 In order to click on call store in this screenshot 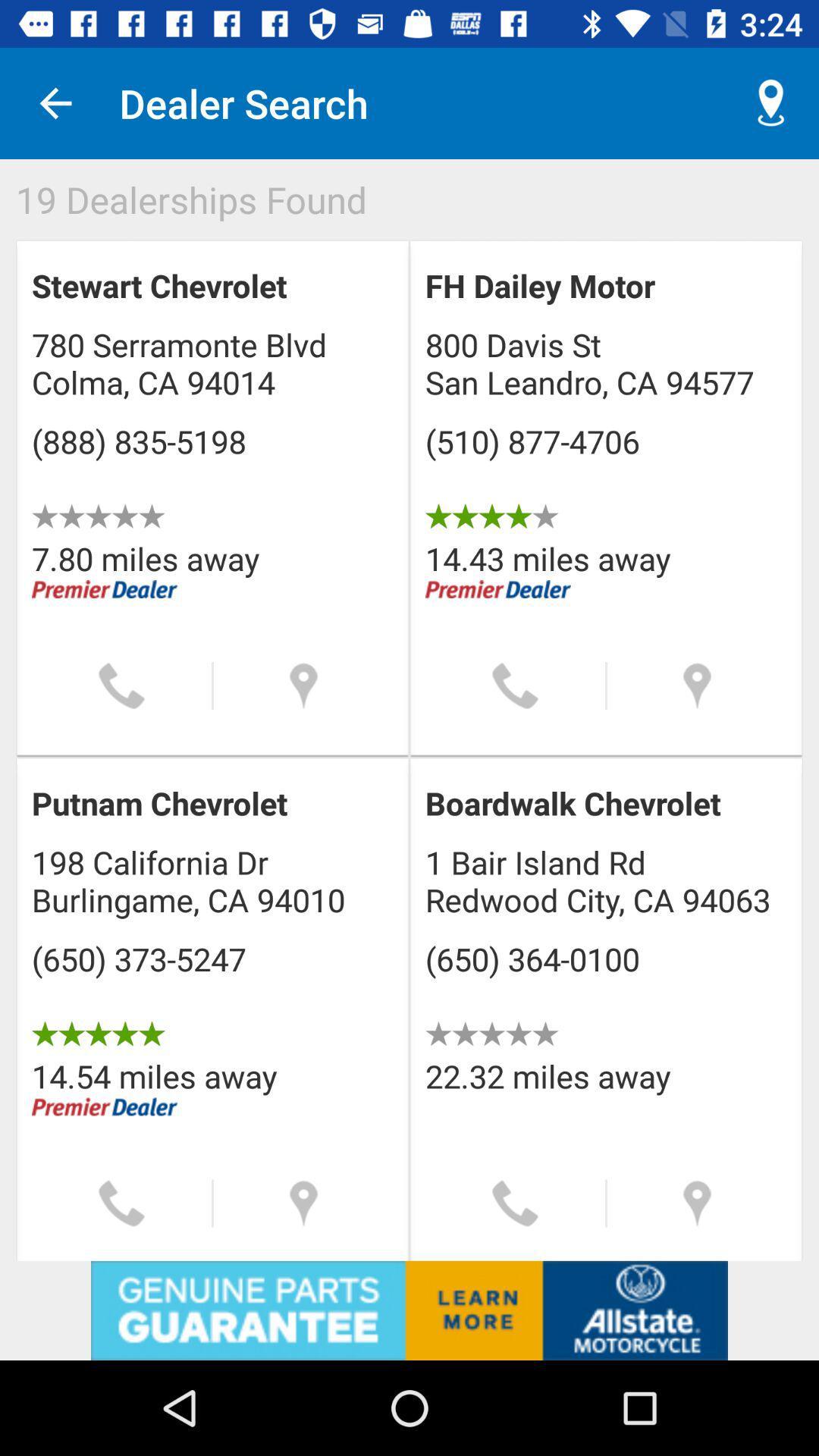, I will do `click(121, 1203)`.